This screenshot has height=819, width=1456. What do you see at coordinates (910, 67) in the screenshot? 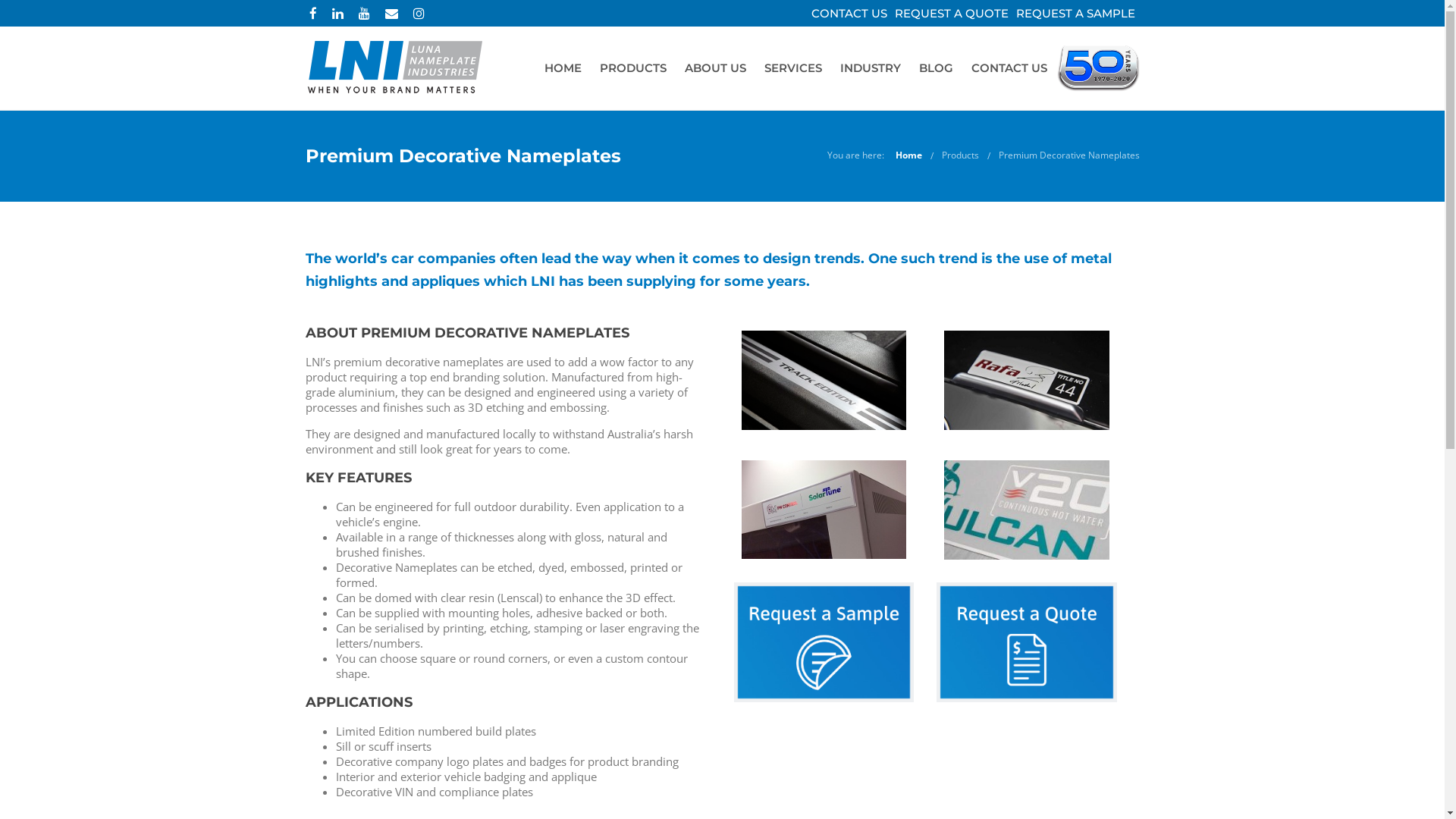
I see `'BLOG'` at bounding box center [910, 67].